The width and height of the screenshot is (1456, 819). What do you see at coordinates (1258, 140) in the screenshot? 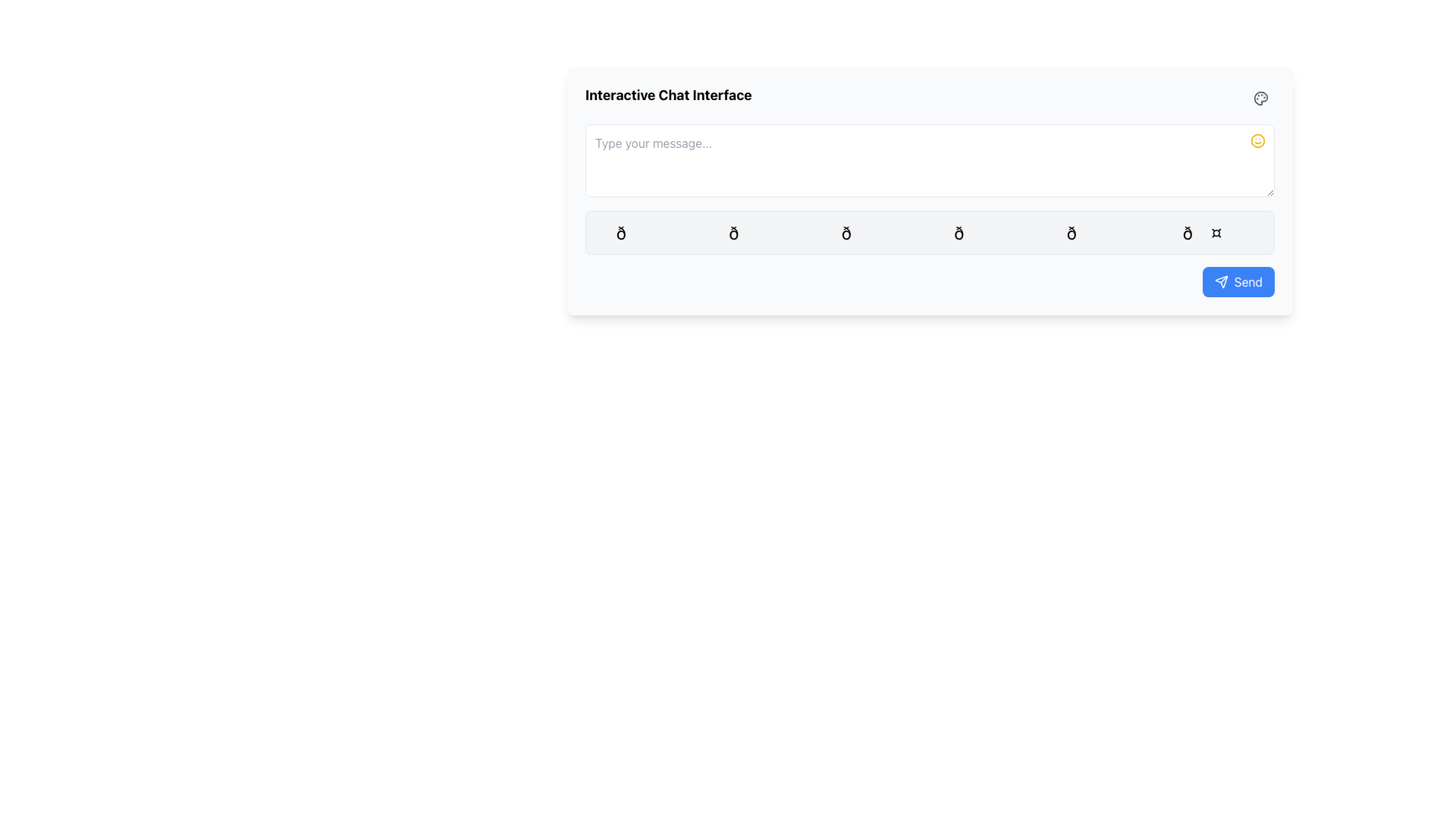
I see `the emoji selector icon button located at the top-right corner of the text input box, adjacent to the placeholder text 'Type your message...'` at bounding box center [1258, 140].